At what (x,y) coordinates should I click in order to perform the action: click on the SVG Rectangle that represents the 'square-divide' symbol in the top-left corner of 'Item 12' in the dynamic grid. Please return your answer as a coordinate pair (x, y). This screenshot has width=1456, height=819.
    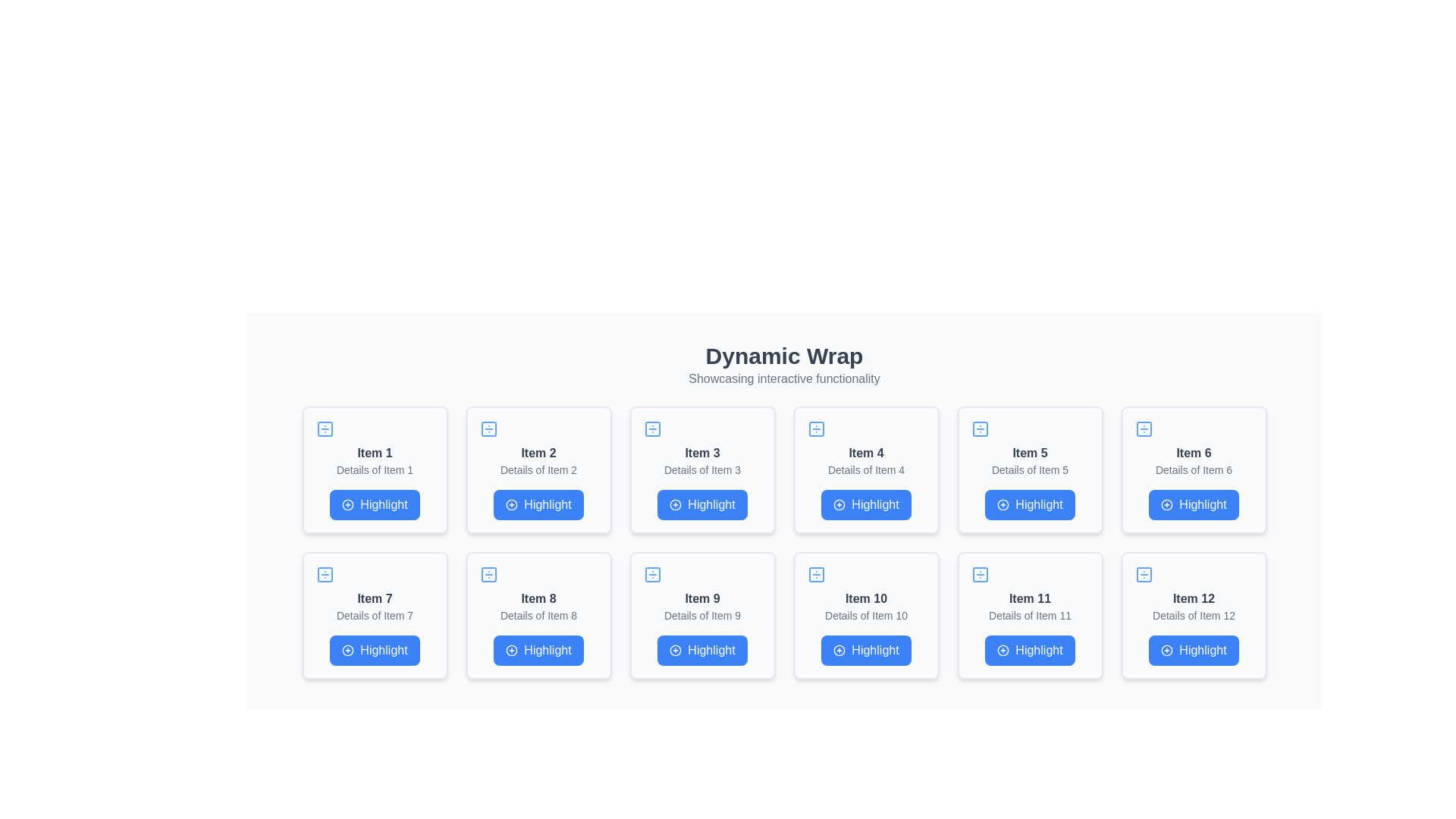
    Looking at the image, I should click on (1144, 575).